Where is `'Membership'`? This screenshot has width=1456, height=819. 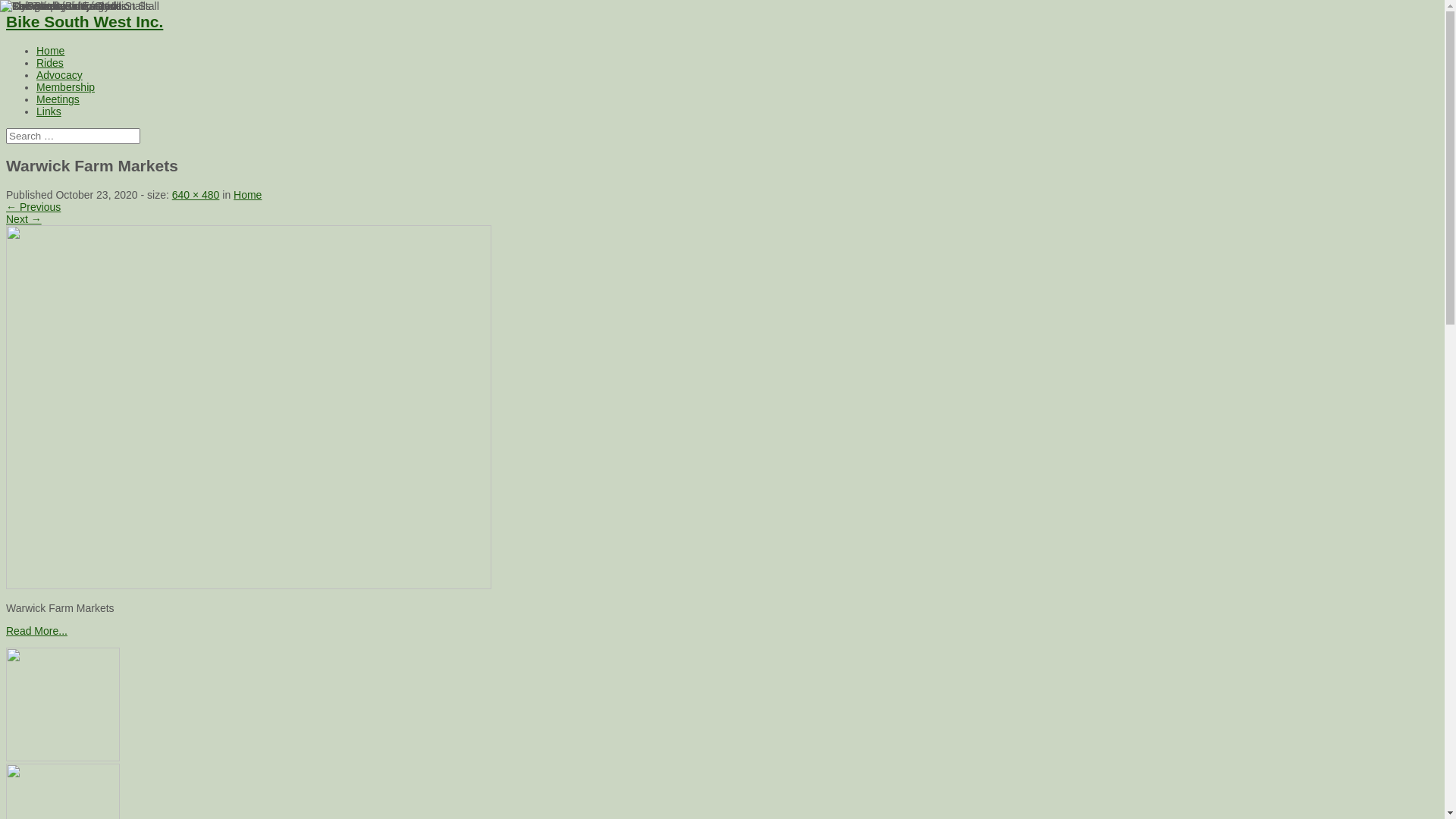
'Membership' is located at coordinates (64, 87).